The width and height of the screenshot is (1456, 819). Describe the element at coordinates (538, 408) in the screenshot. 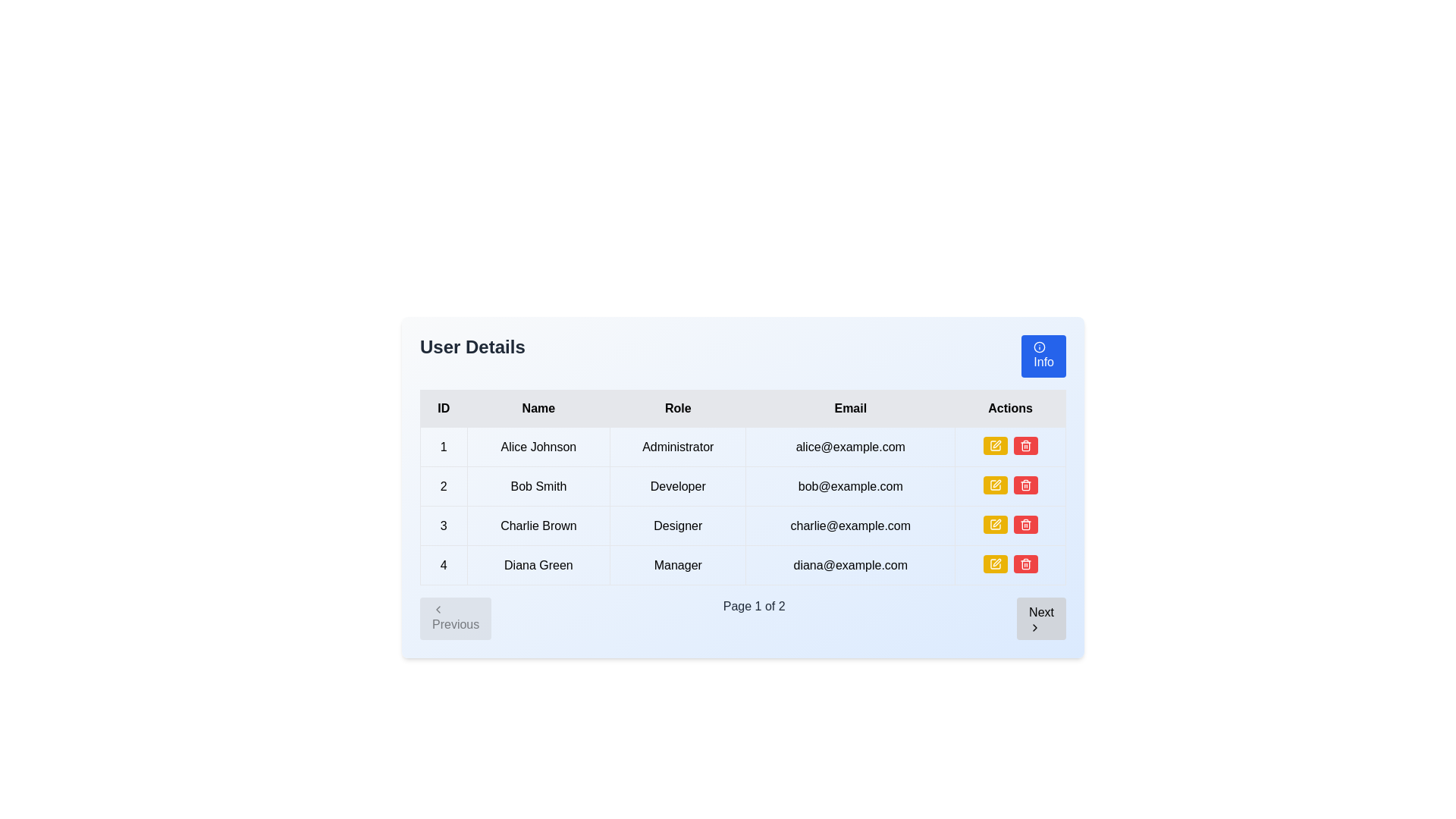

I see `'Name' column header in the table, which is the second column header indicating the names of individuals or entities` at that location.